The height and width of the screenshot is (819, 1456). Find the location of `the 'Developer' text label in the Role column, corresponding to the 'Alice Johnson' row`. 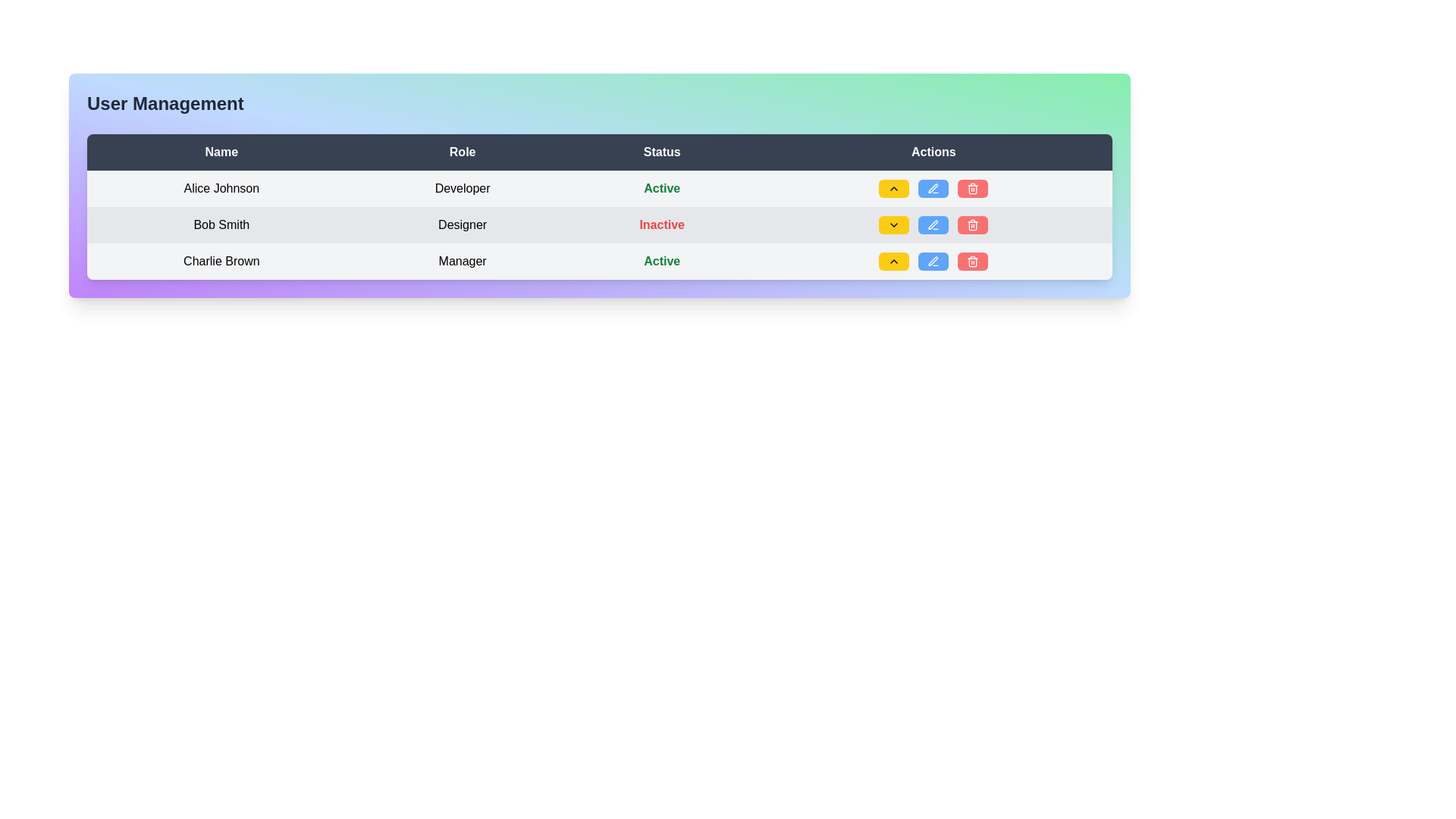

the 'Developer' text label in the Role column, corresponding to the 'Alice Johnson' row is located at coordinates (462, 188).